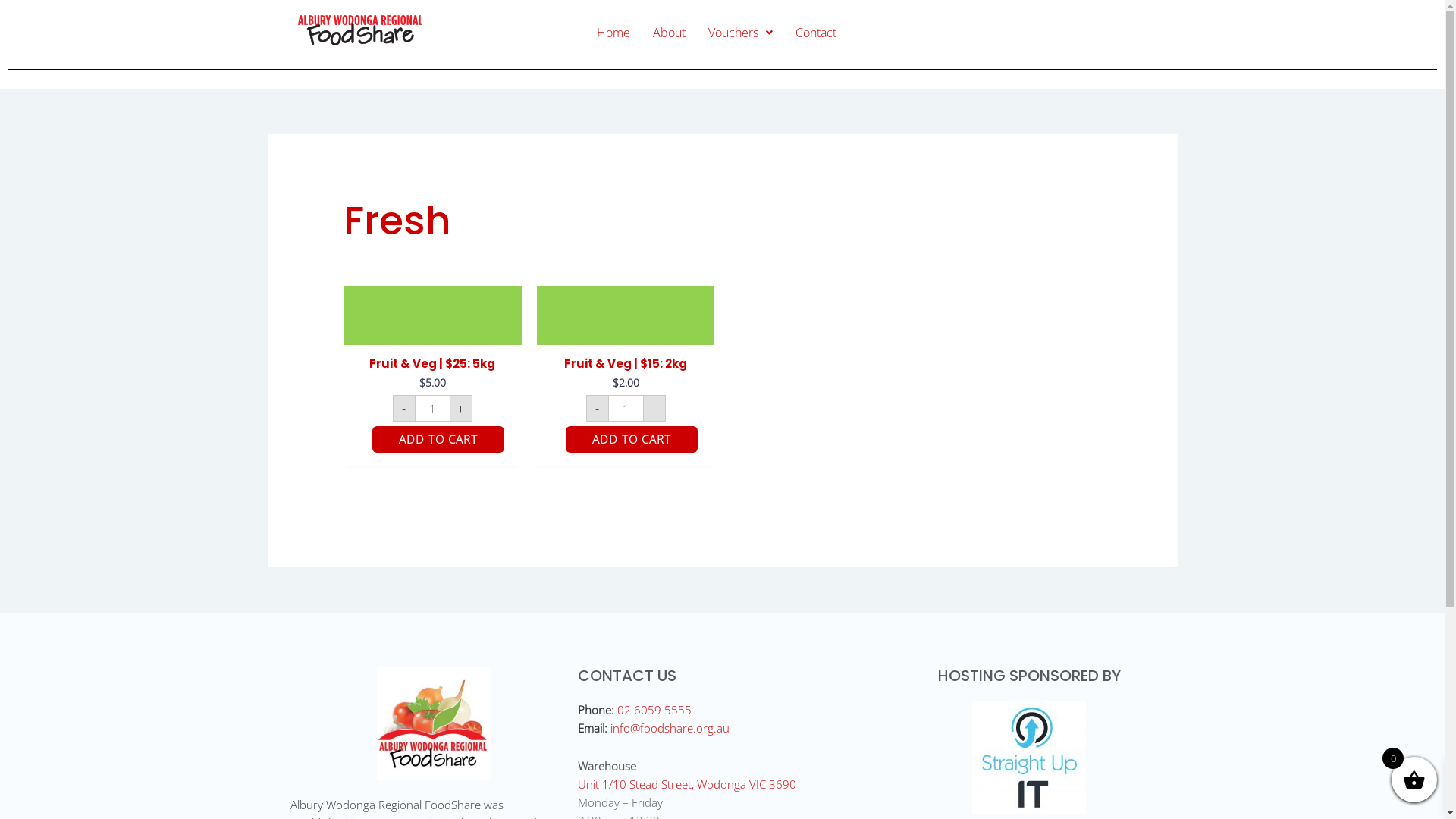 The image size is (1456, 819). What do you see at coordinates (643, 407) in the screenshot?
I see `'+'` at bounding box center [643, 407].